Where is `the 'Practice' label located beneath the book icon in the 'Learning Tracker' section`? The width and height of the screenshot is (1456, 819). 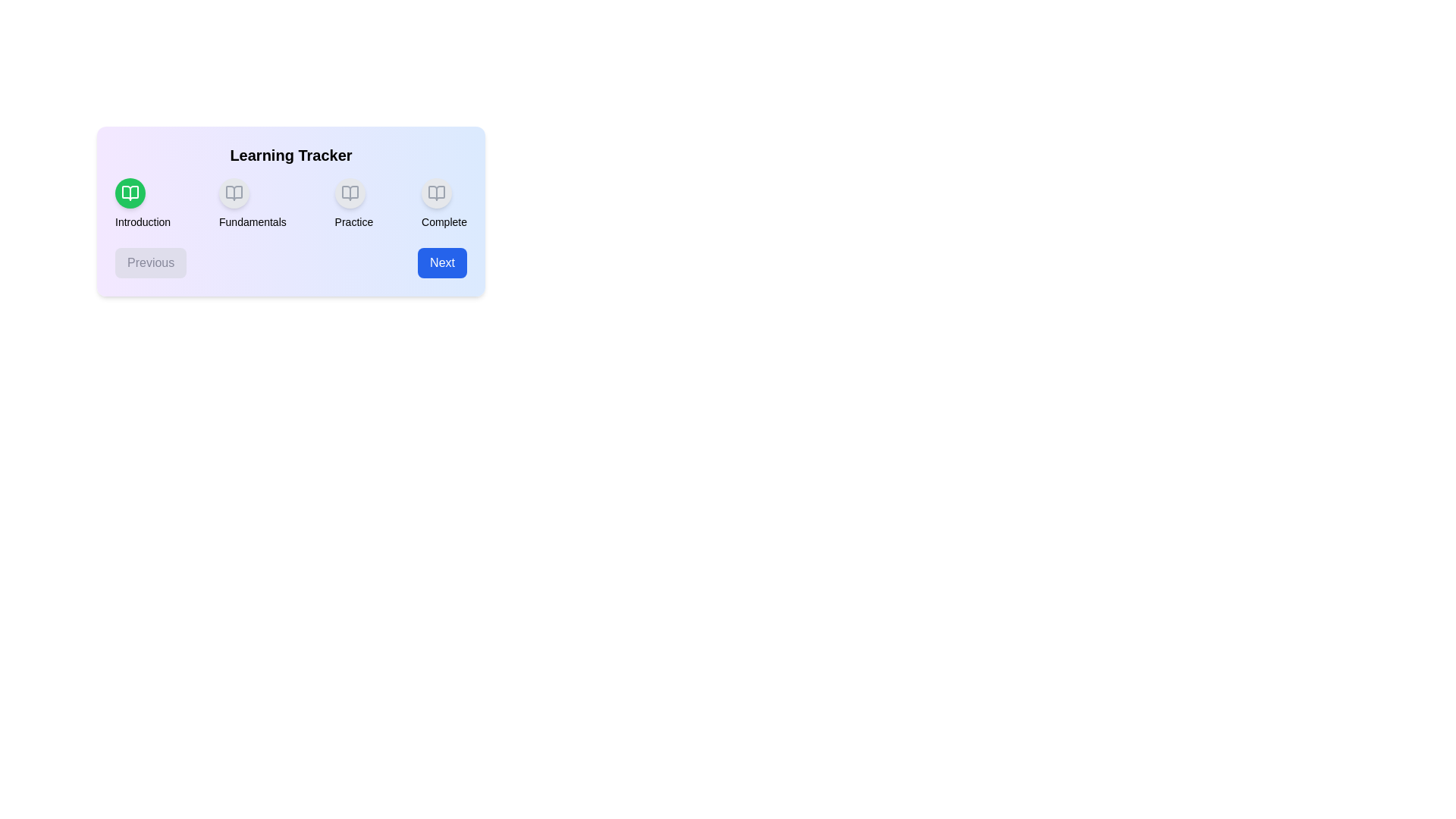 the 'Practice' label located beneath the book icon in the 'Learning Tracker' section is located at coordinates (353, 222).